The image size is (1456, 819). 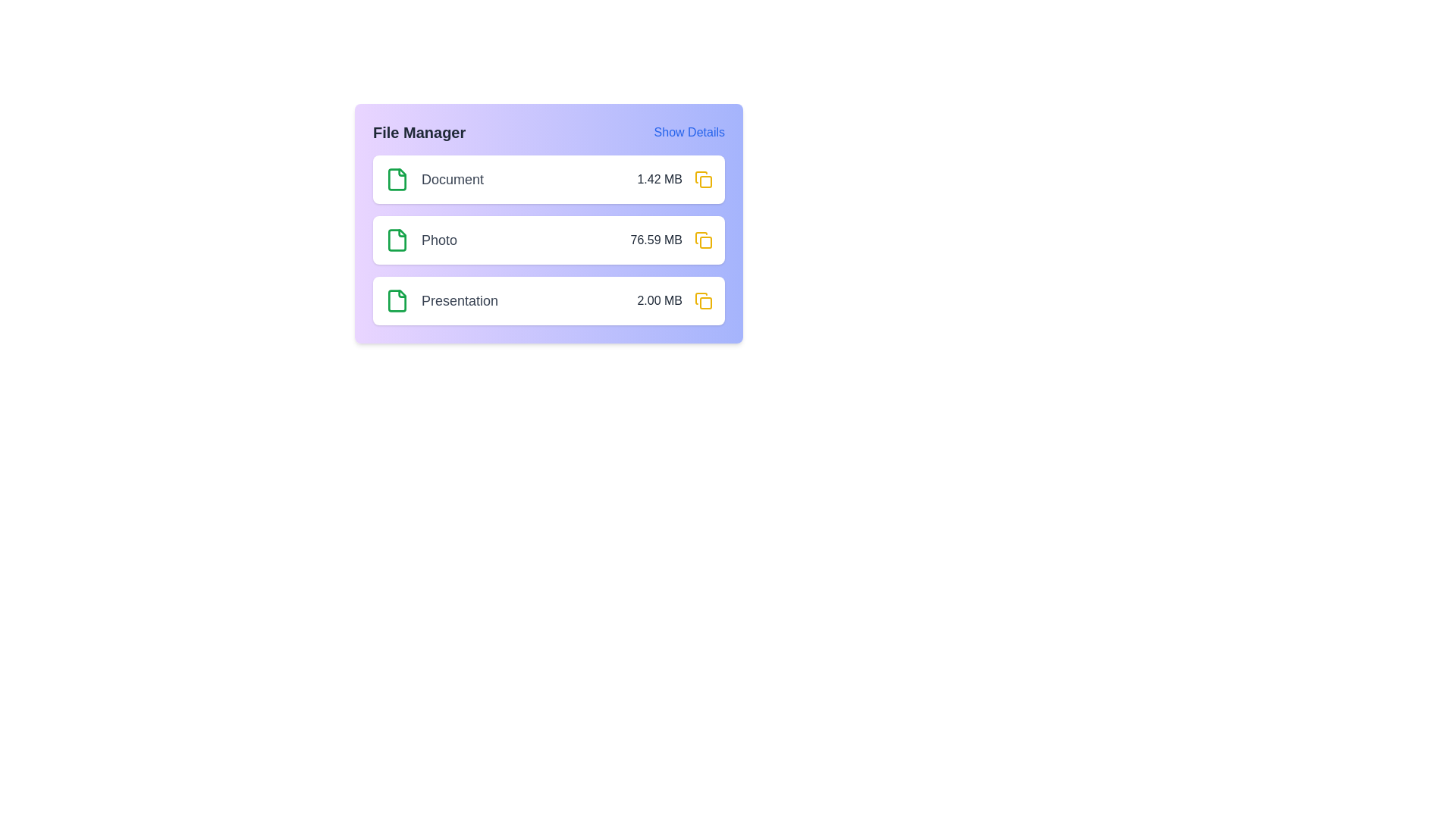 I want to click on the 'File Manager' text label, which is styled in a large, bold font with dark gray color against a light purple background, located at the top of a card-like structure, so click(x=419, y=131).